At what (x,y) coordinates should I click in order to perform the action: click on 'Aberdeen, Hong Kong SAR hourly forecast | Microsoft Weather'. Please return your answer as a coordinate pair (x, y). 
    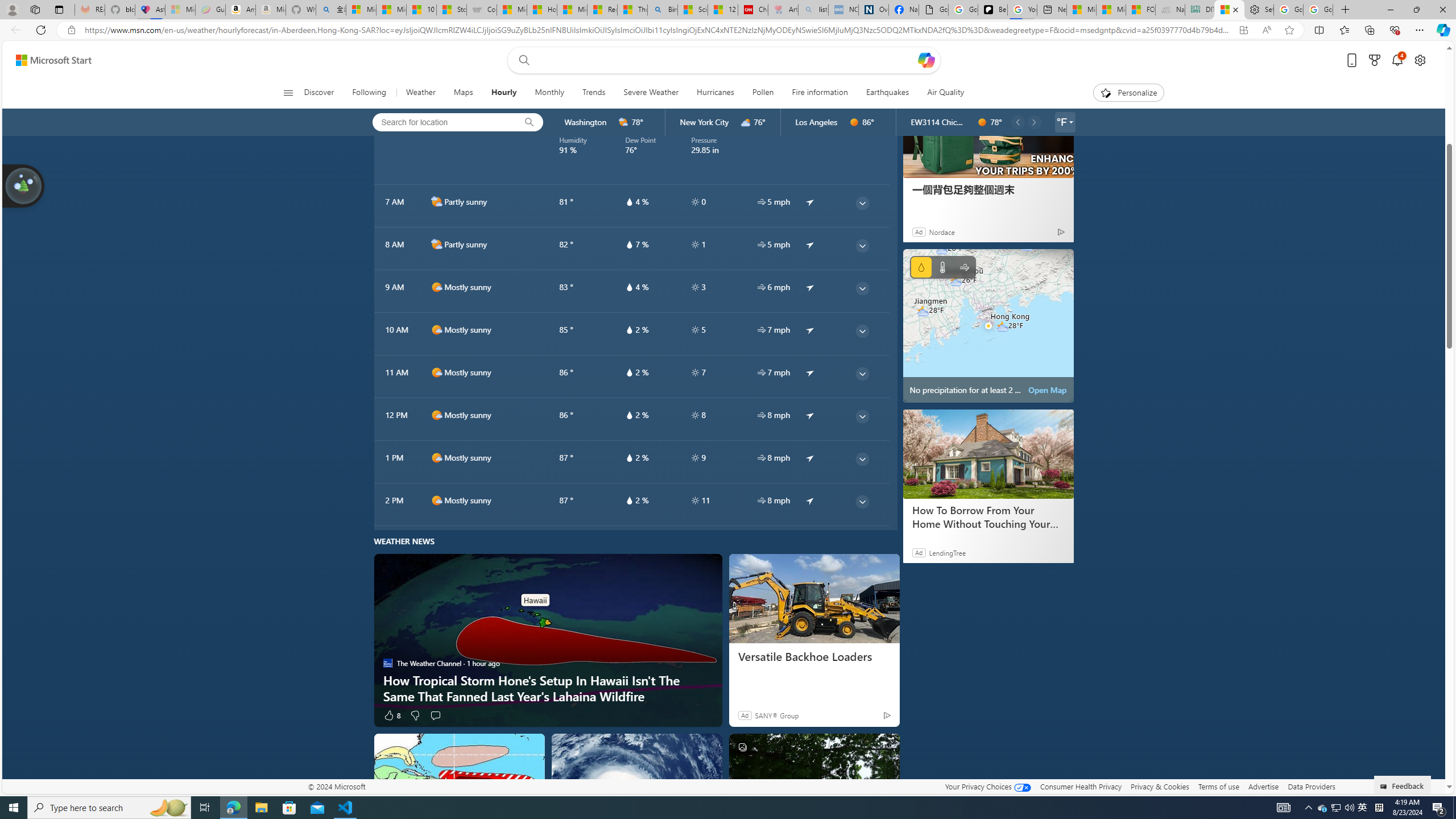
    Looking at the image, I should click on (1228, 9).